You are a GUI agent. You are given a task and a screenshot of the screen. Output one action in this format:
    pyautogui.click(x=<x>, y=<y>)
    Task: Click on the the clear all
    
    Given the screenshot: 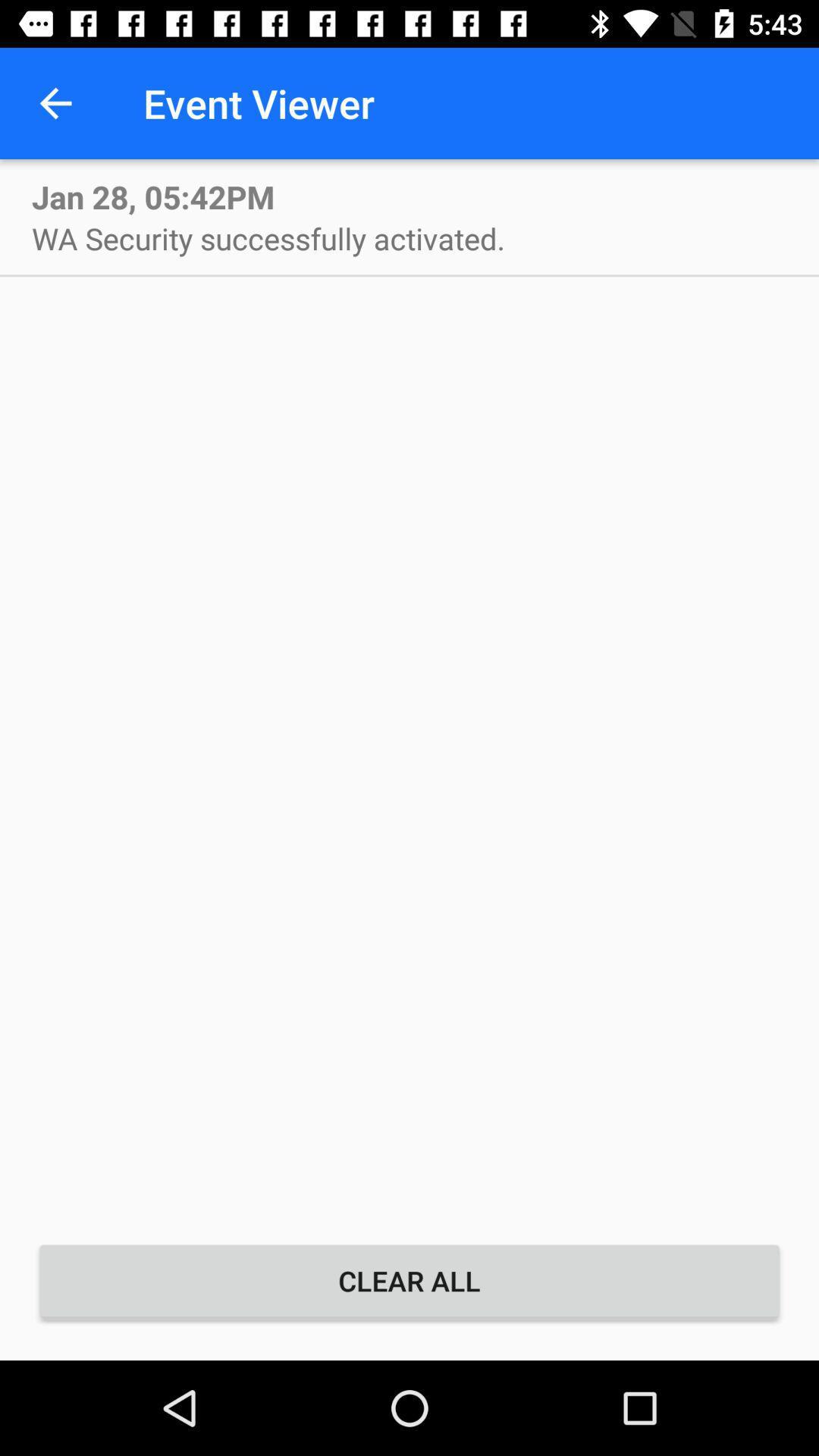 What is the action you would take?
    pyautogui.click(x=409, y=1280)
    